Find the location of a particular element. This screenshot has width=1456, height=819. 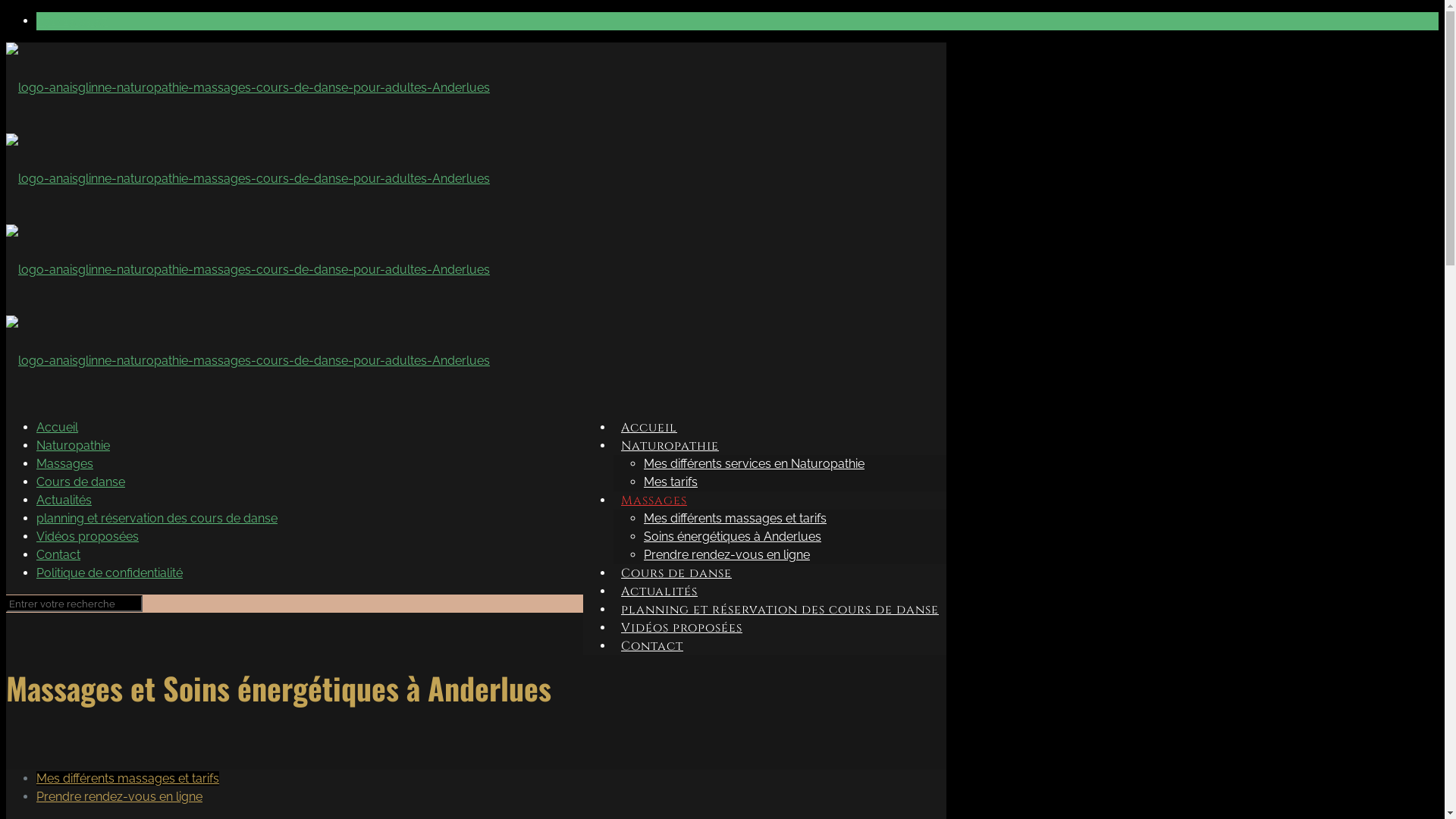

'Massages' is located at coordinates (654, 500).